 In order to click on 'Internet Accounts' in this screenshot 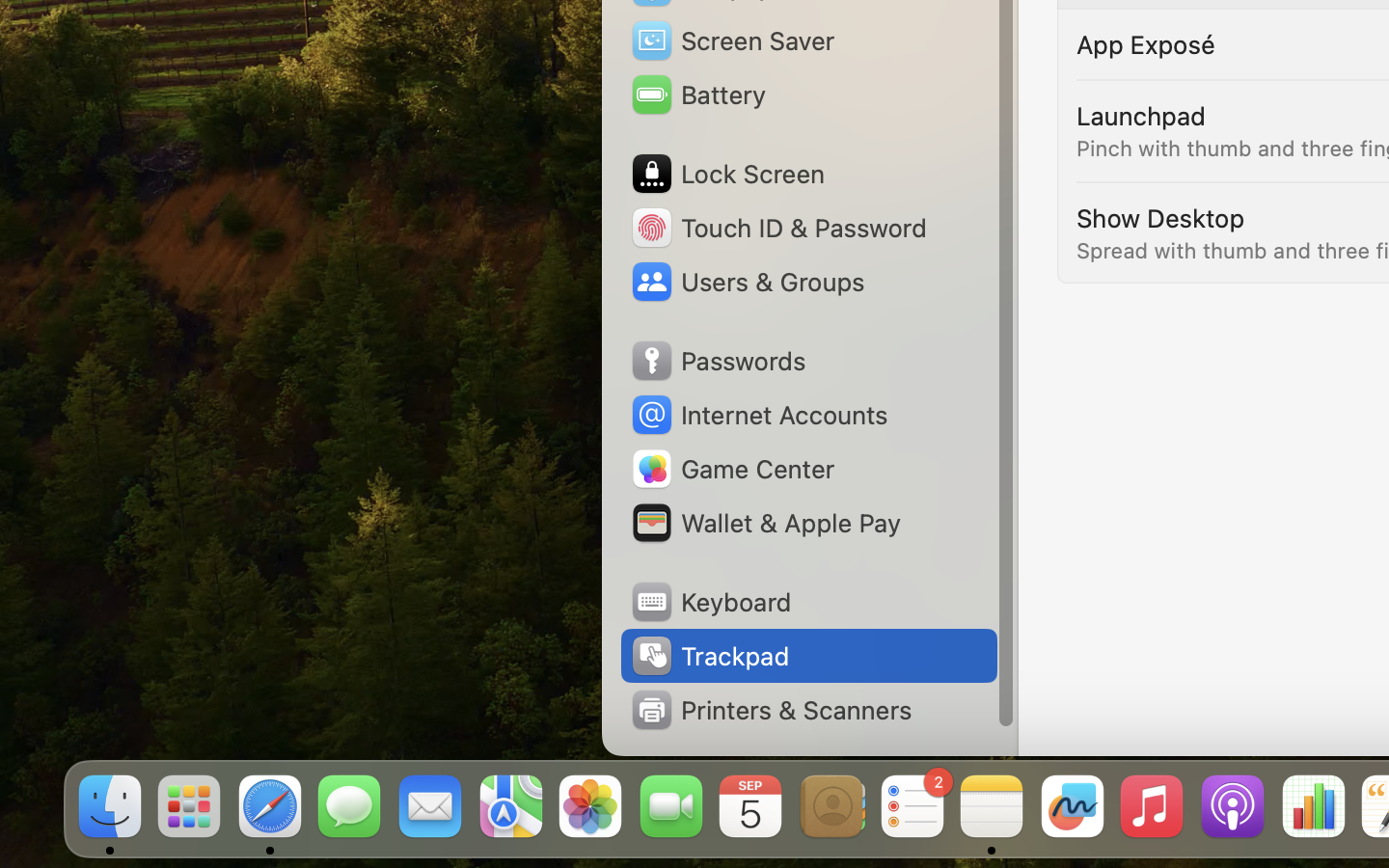, I will do `click(757, 415)`.